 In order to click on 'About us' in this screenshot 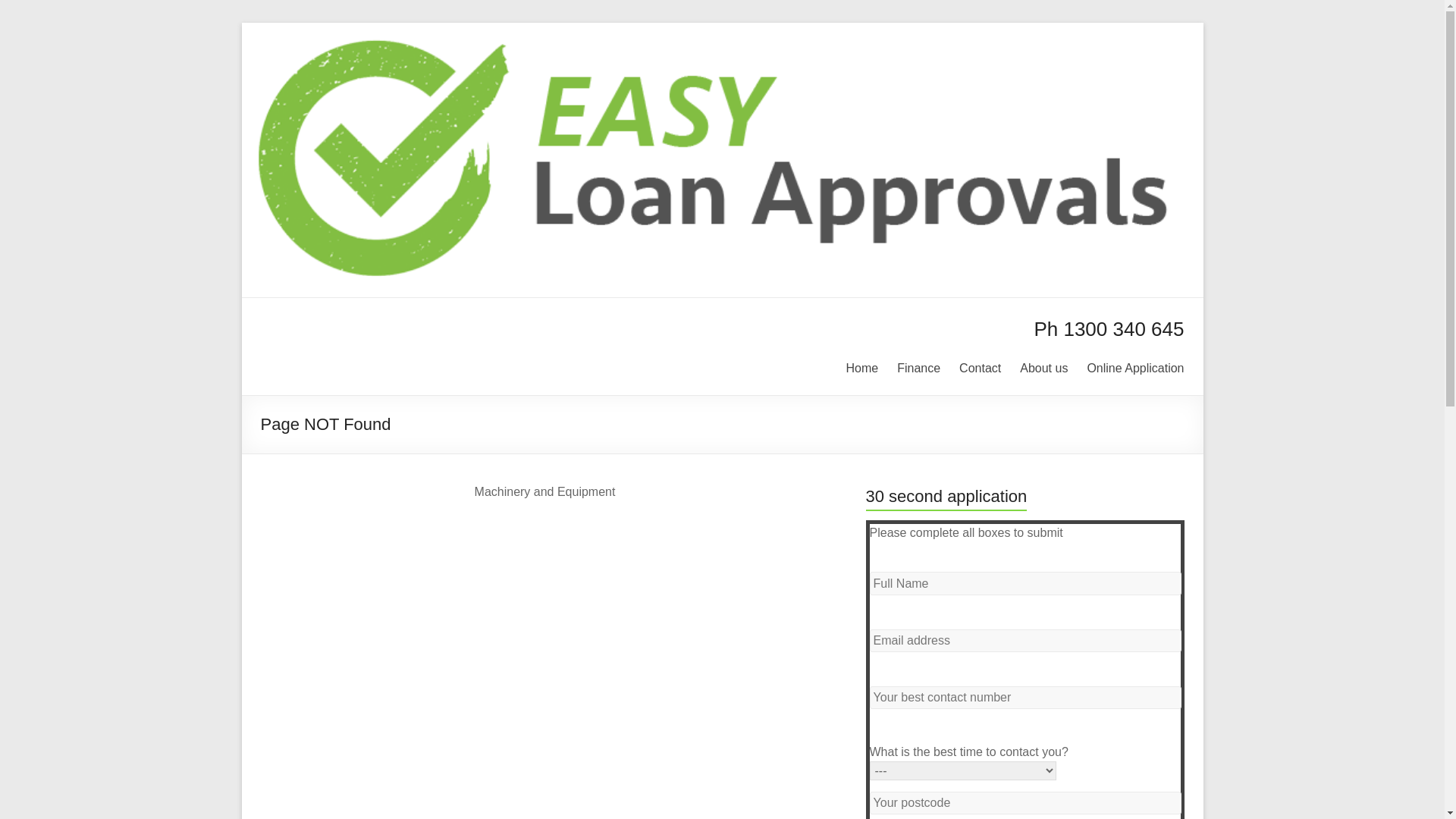, I will do `click(1043, 366)`.